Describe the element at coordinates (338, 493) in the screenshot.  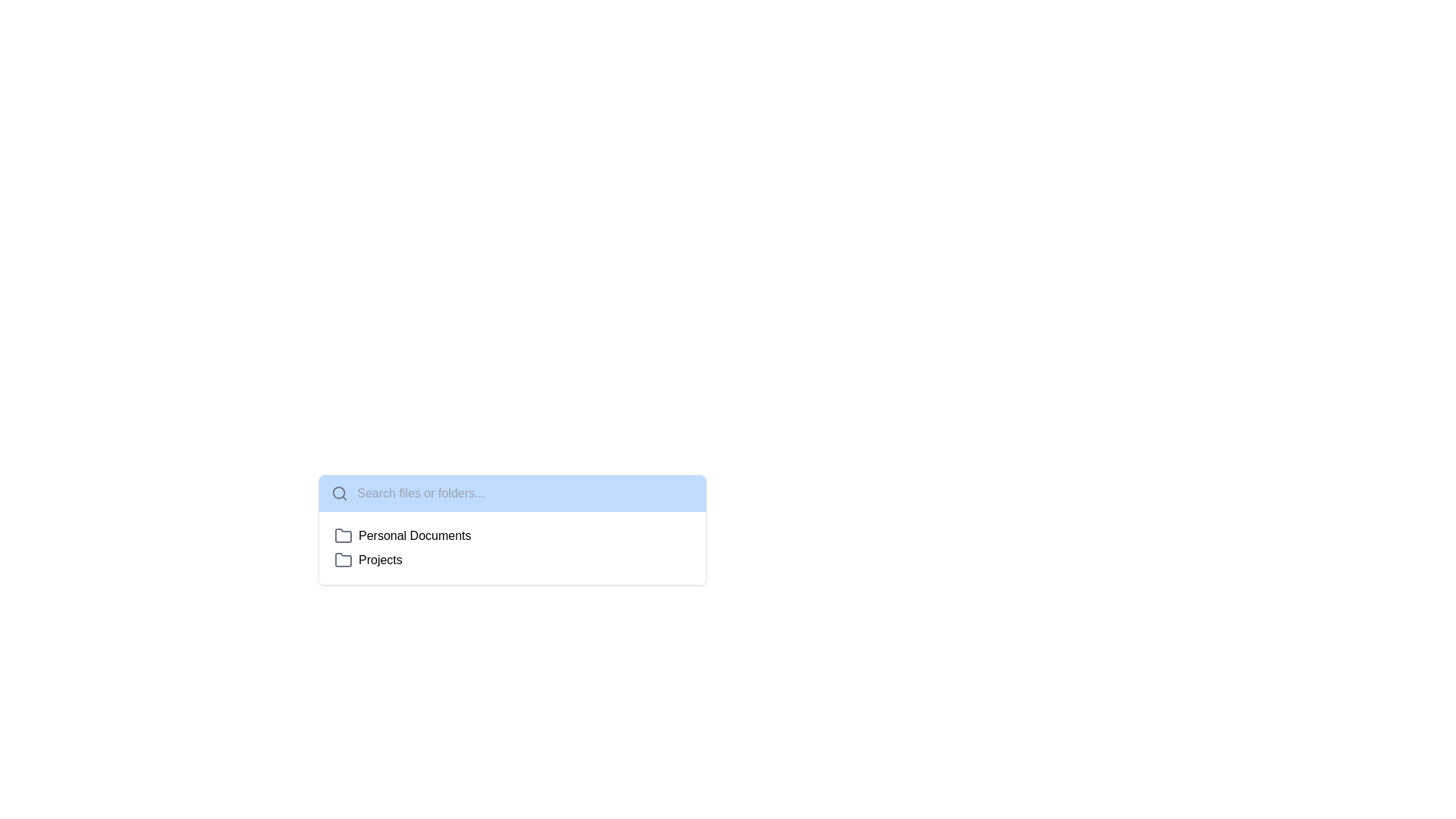
I see `the graphical element that is part of the search icon, which serves as a visual cue for search functionality` at that location.